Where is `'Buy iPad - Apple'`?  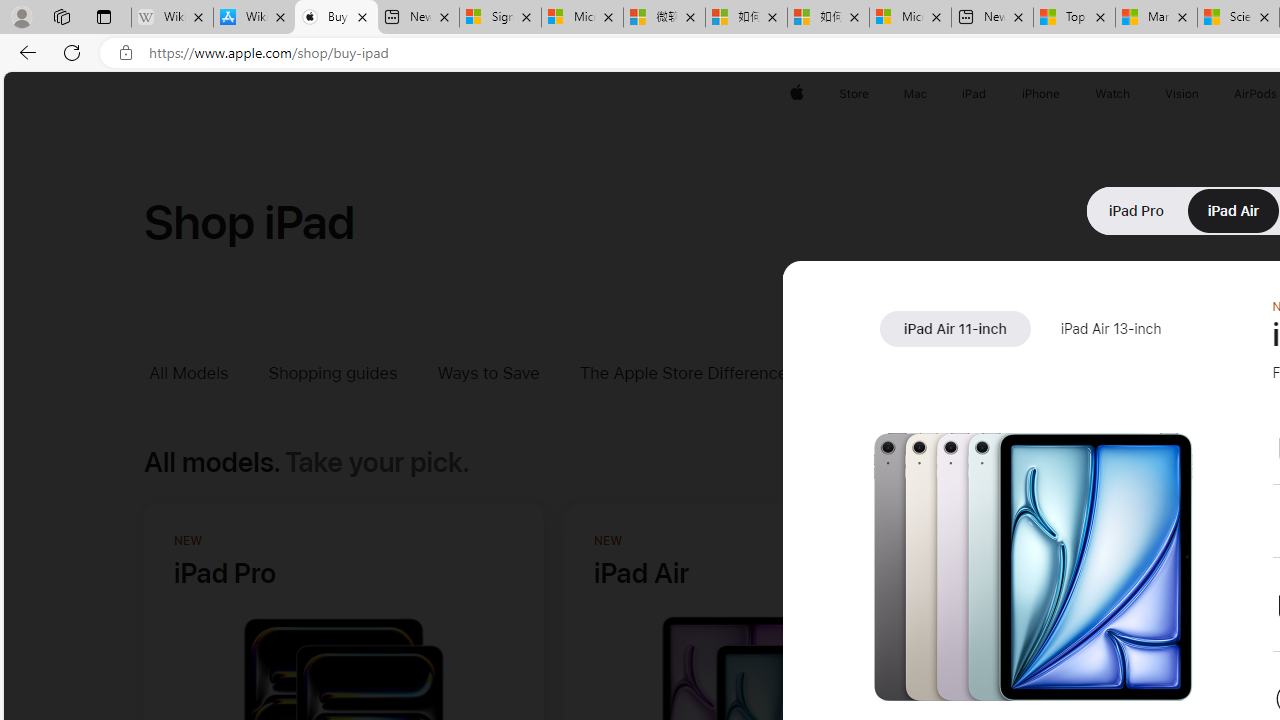 'Buy iPad - Apple' is located at coordinates (336, 17).